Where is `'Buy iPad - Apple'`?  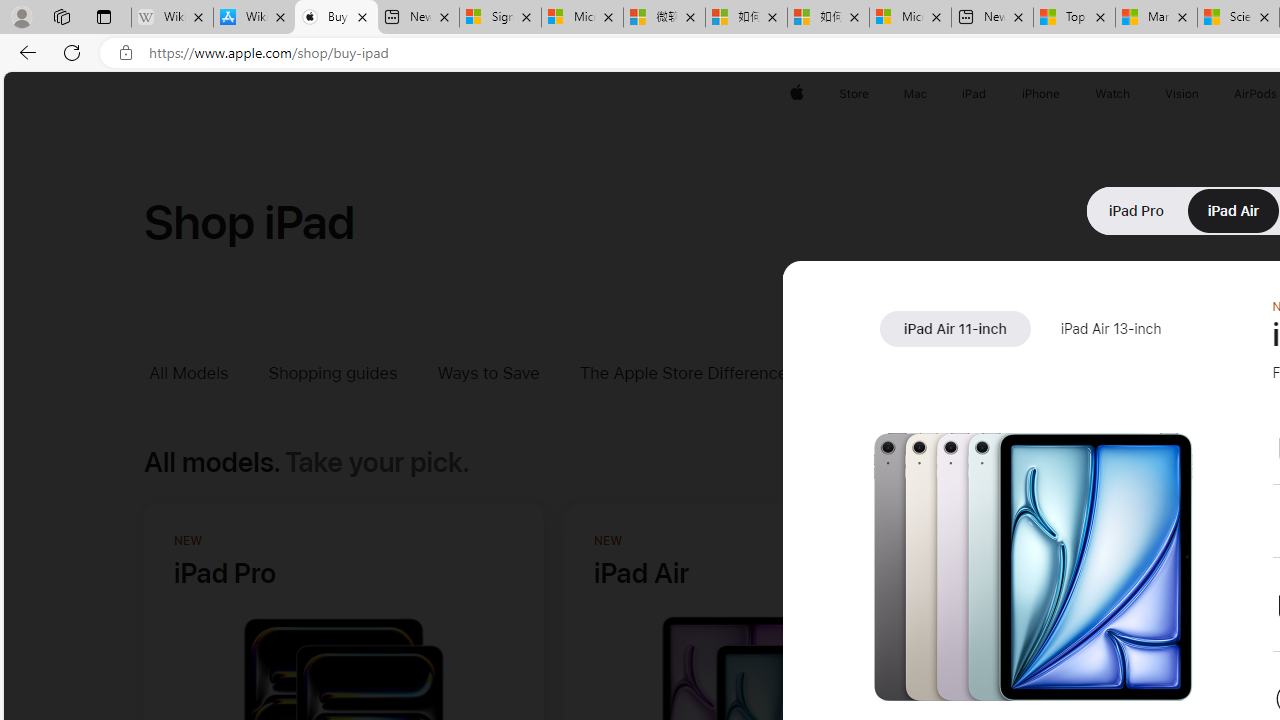 'Buy iPad - Apple' is located at coordinates (336, 17).